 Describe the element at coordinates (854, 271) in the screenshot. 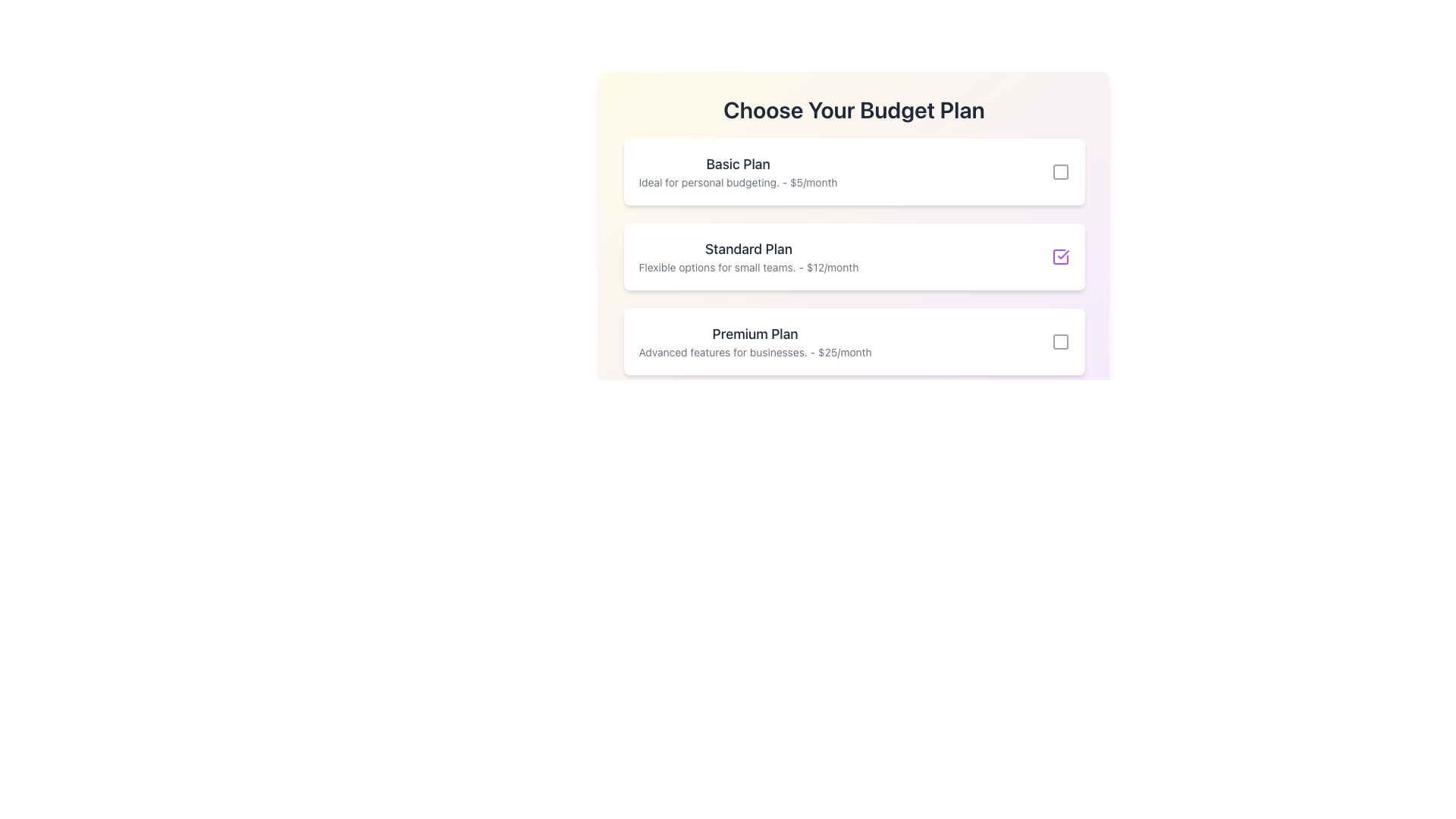

I see `the selectable list item titled 'Standard Plan'` at that location.